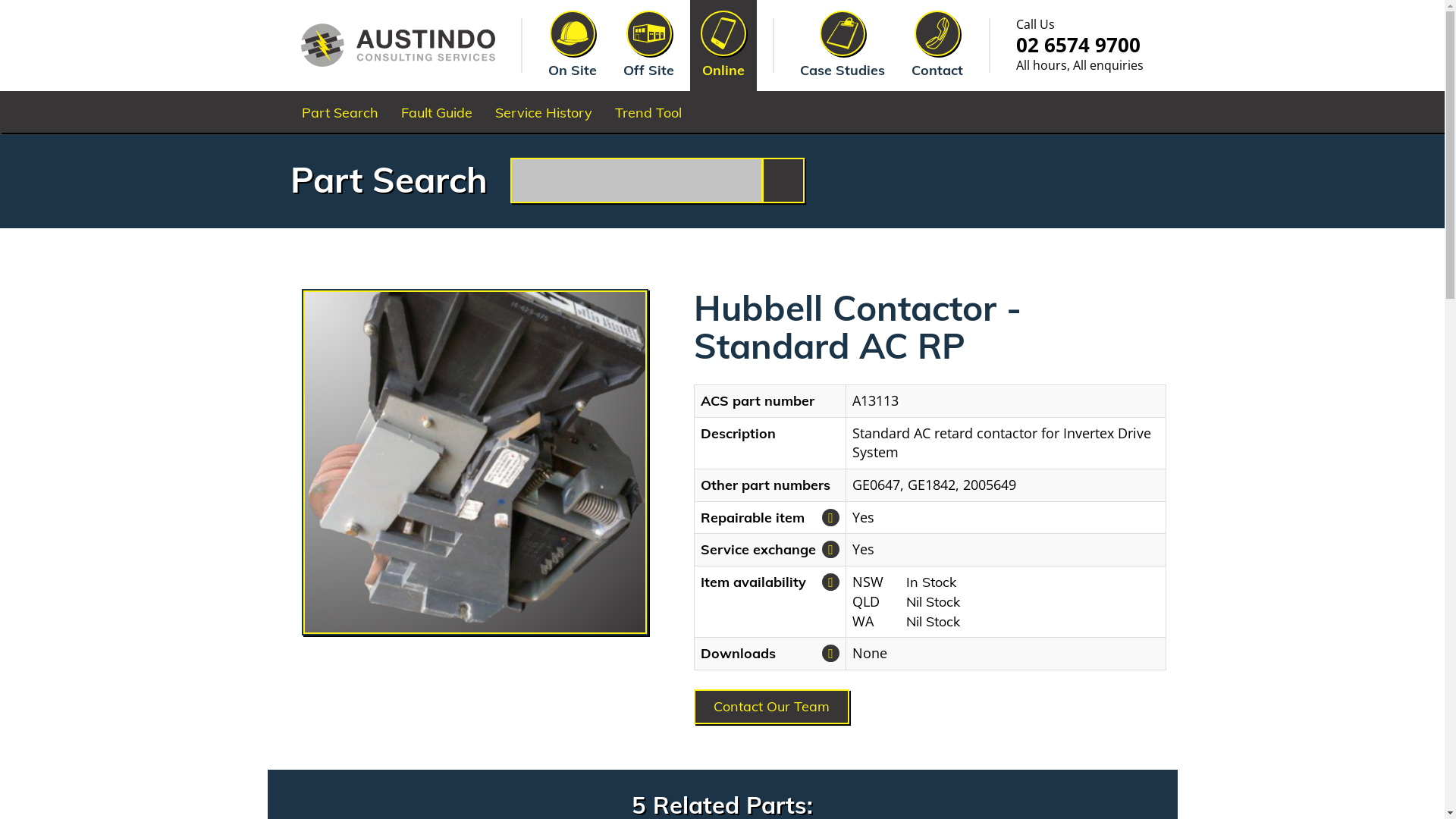 The image size is (1456, 819). Describe the element at coordinates (841, 45) in the screenshot. I see `'Case Studies'` at that location.